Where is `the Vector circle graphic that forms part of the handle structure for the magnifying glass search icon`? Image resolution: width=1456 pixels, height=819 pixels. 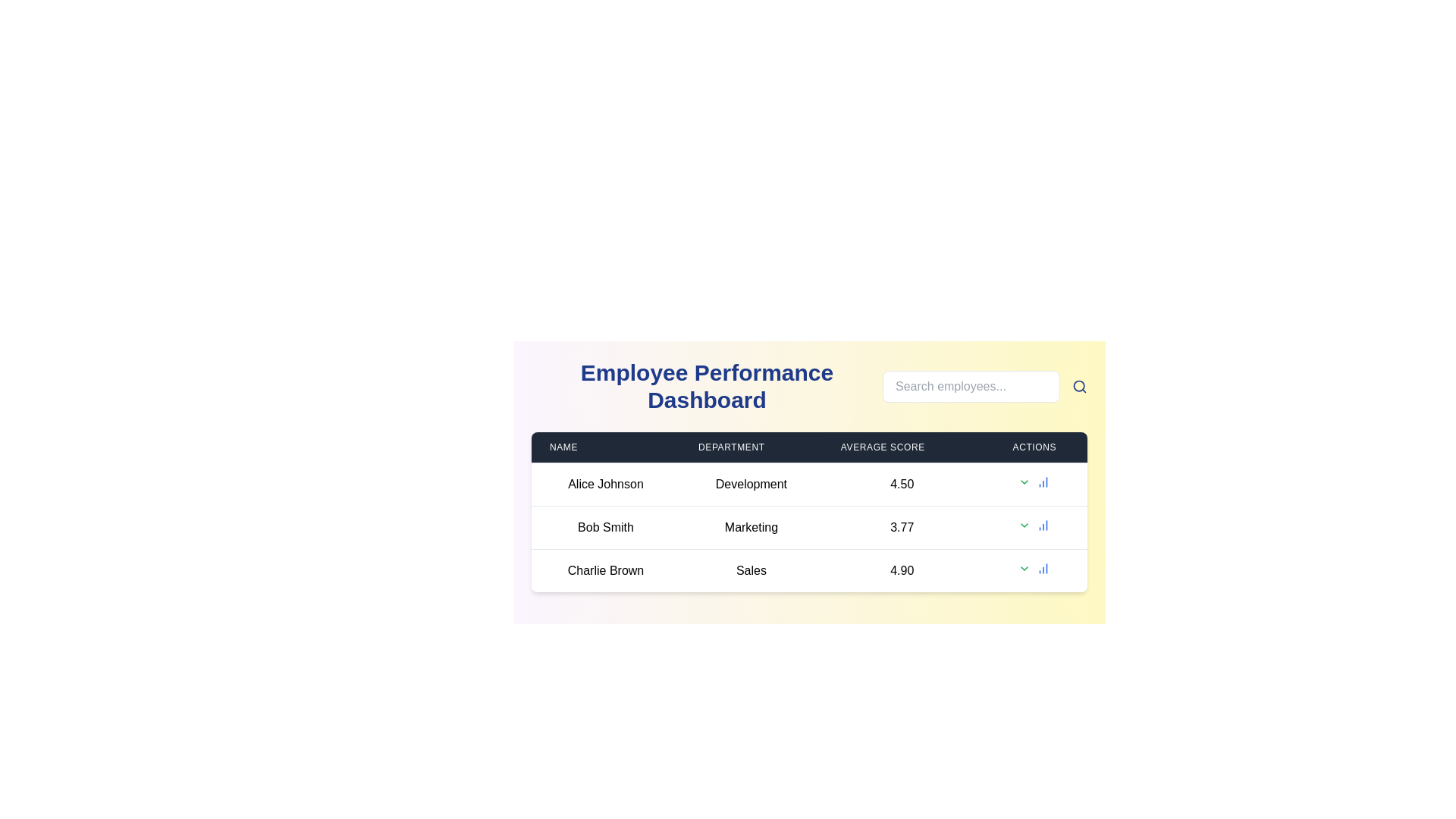
the Vector circle graphic that forms part of the handle structure for the magnifying glass search icon is located at coordinates (1078, 385).